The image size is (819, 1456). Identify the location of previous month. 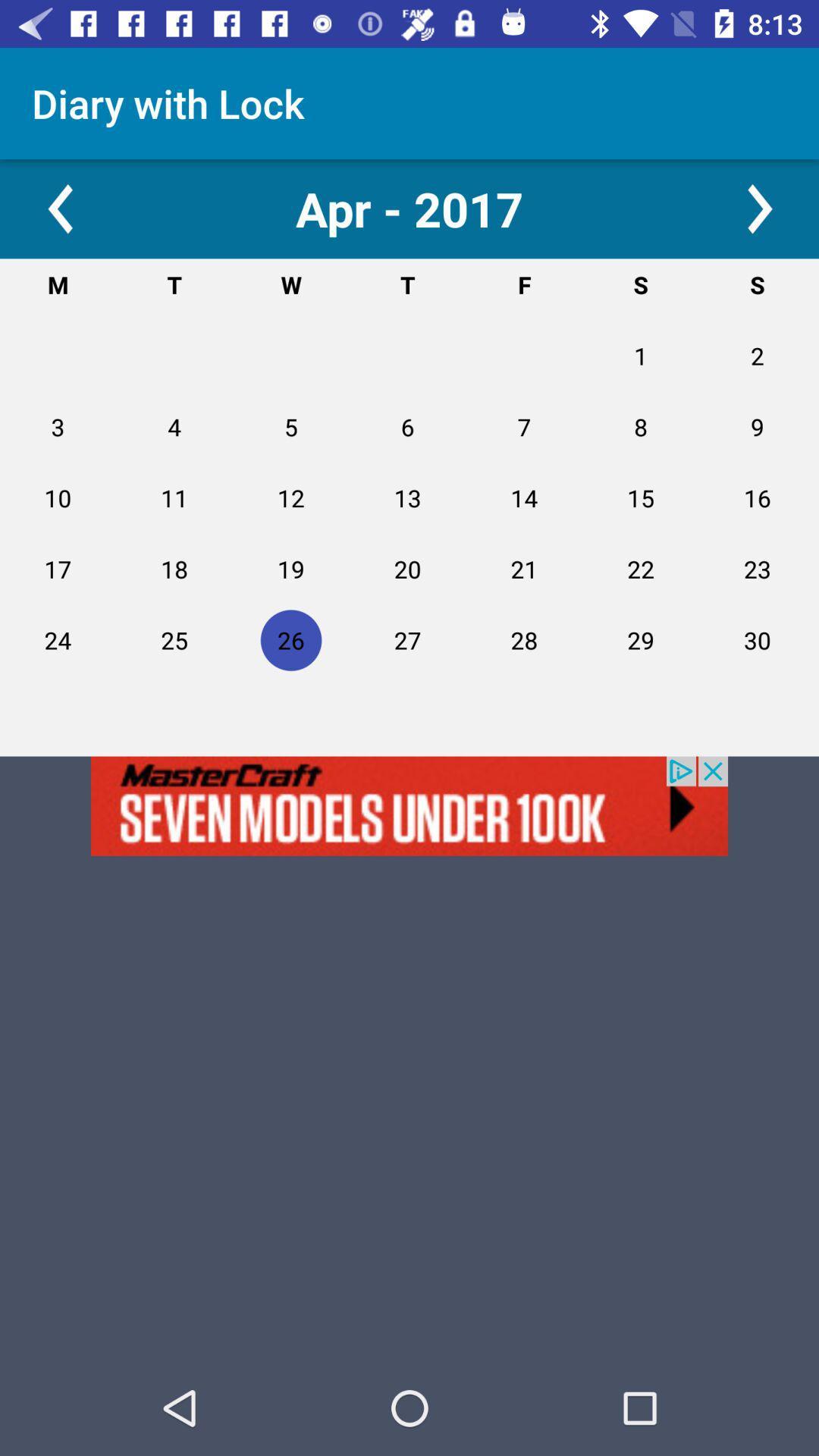
(58, 208).